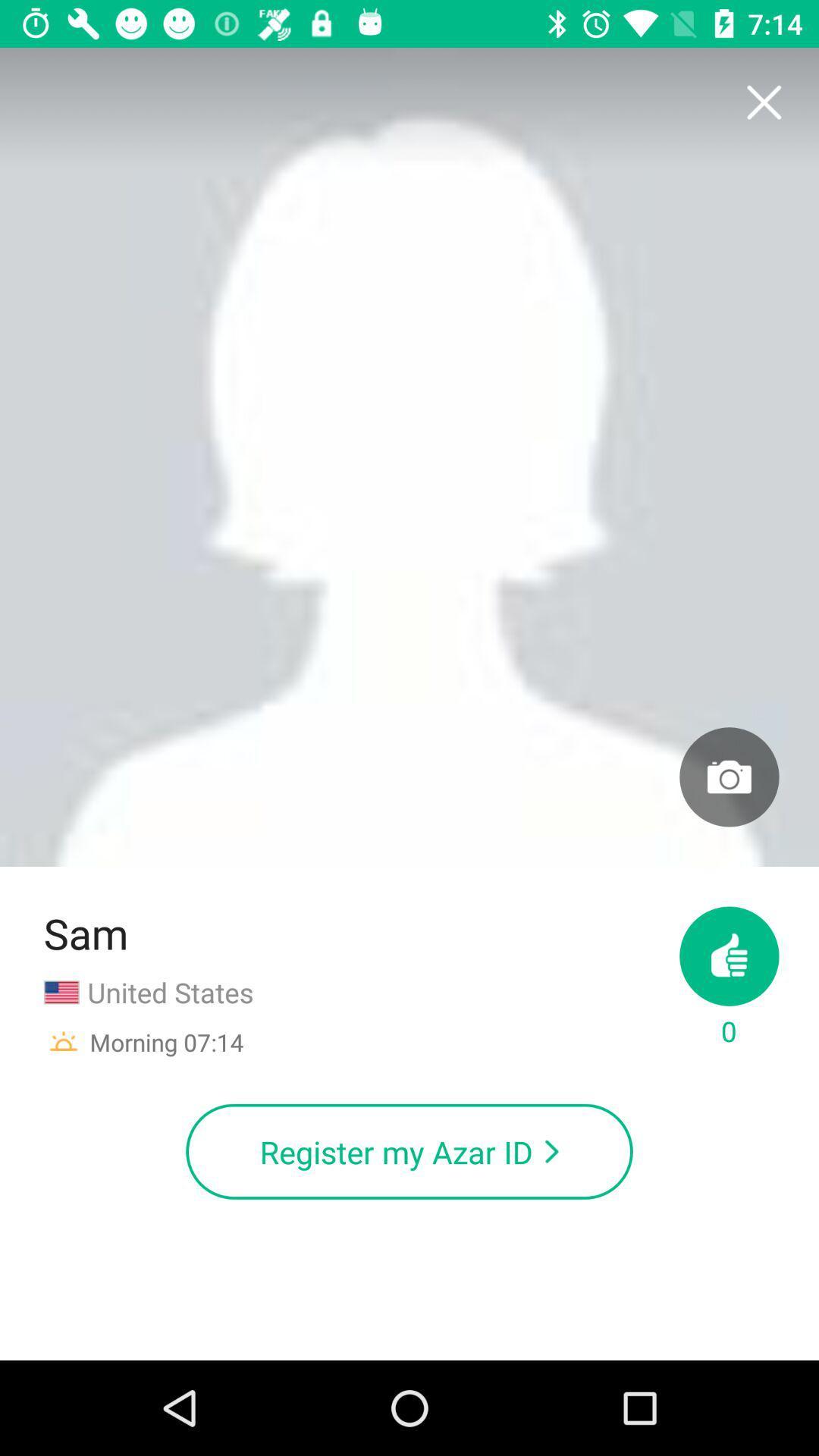 The height and width of the screenshot is (1456, 819). Describe the element at coordinates (763, 102) in the screenshot. I see `the close icon` at that location.